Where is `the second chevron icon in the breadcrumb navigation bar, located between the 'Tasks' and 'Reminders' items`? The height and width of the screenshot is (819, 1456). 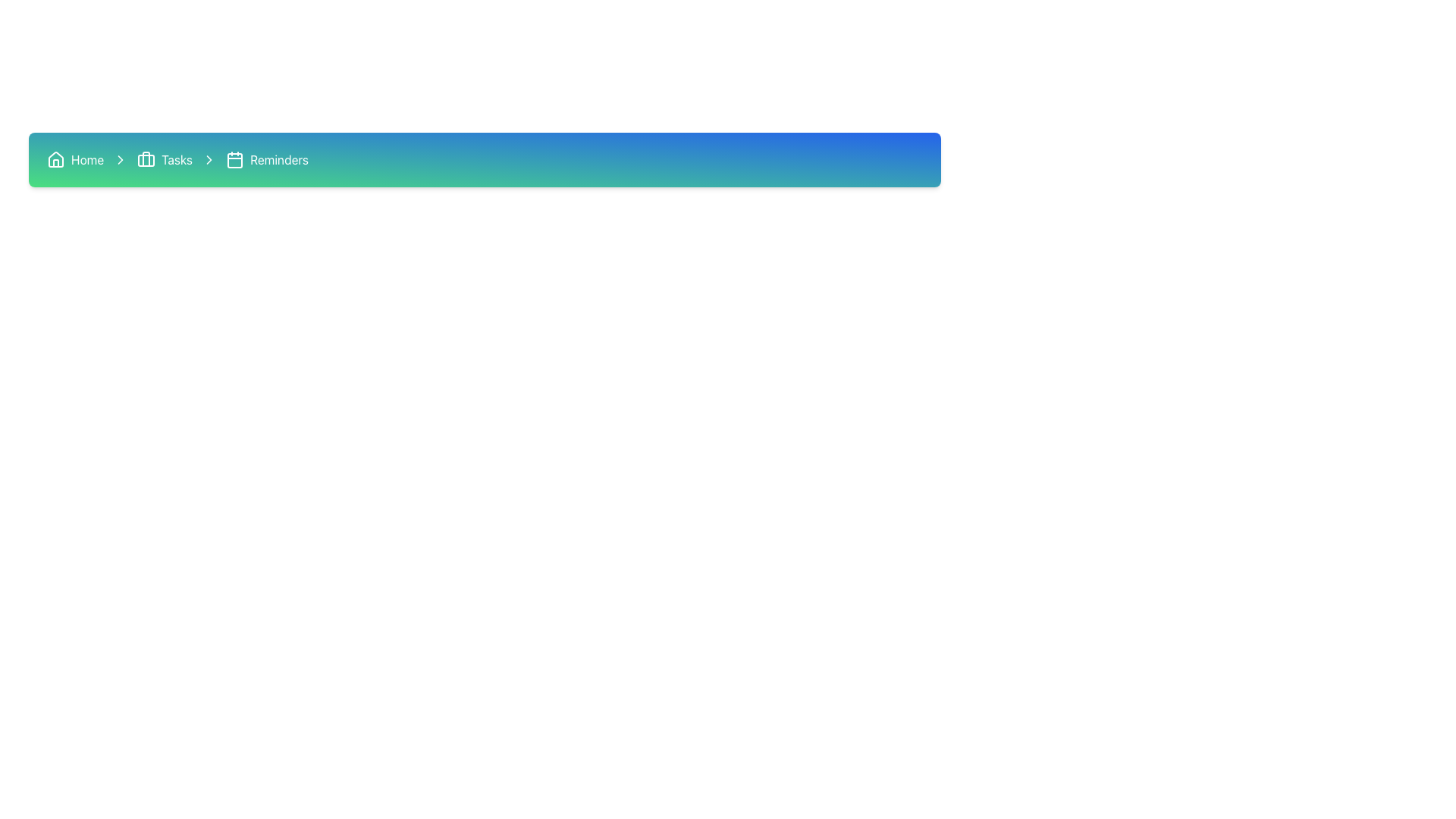 the second chevron icon in the breadcrumb navigation bar, located between the 'Tasks' and 'Reminders' items is located at coordinates (209, 160).